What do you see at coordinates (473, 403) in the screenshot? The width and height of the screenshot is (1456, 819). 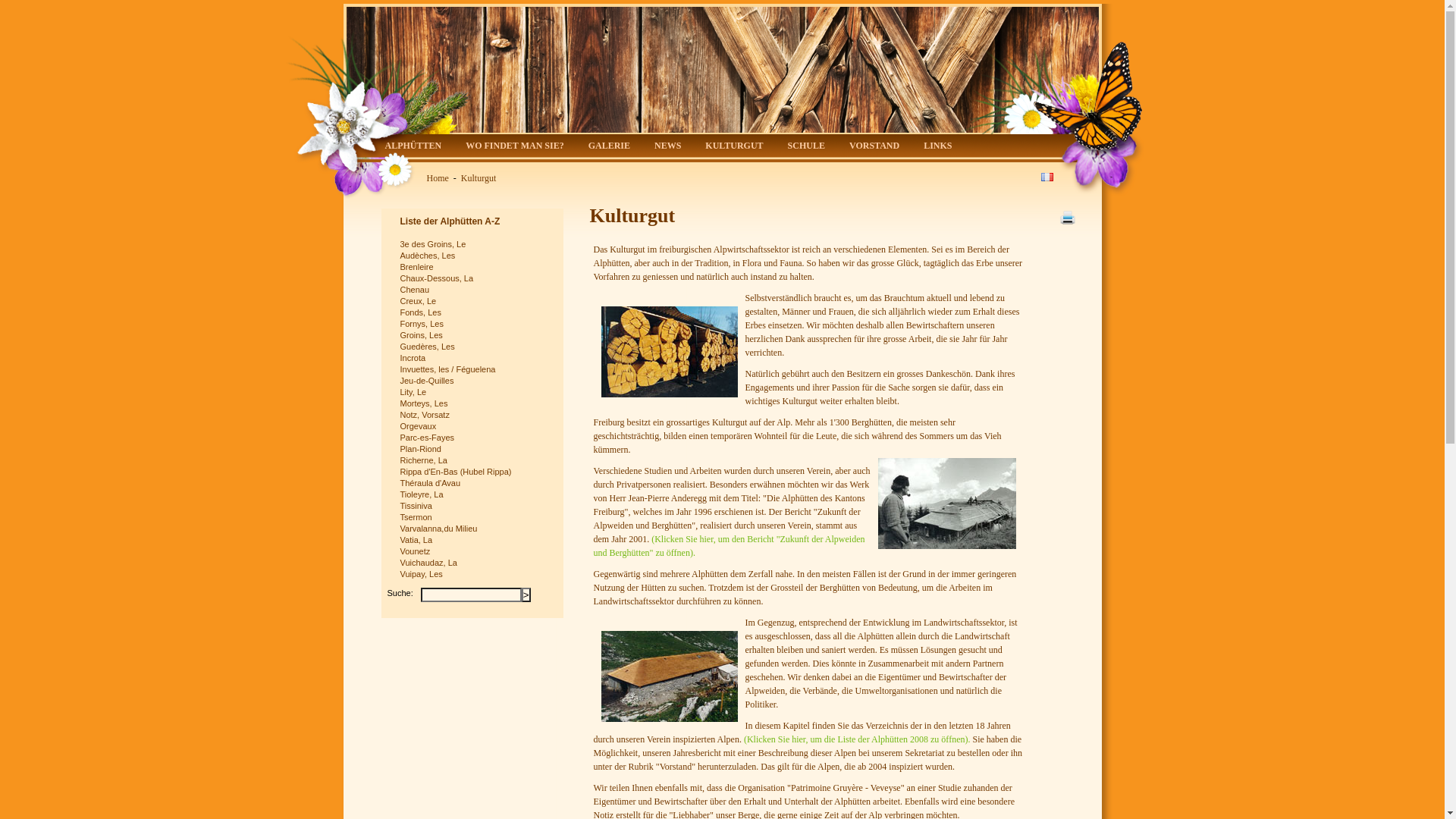 I see `'Morteys, Les'` at bounding box center [473, 403].